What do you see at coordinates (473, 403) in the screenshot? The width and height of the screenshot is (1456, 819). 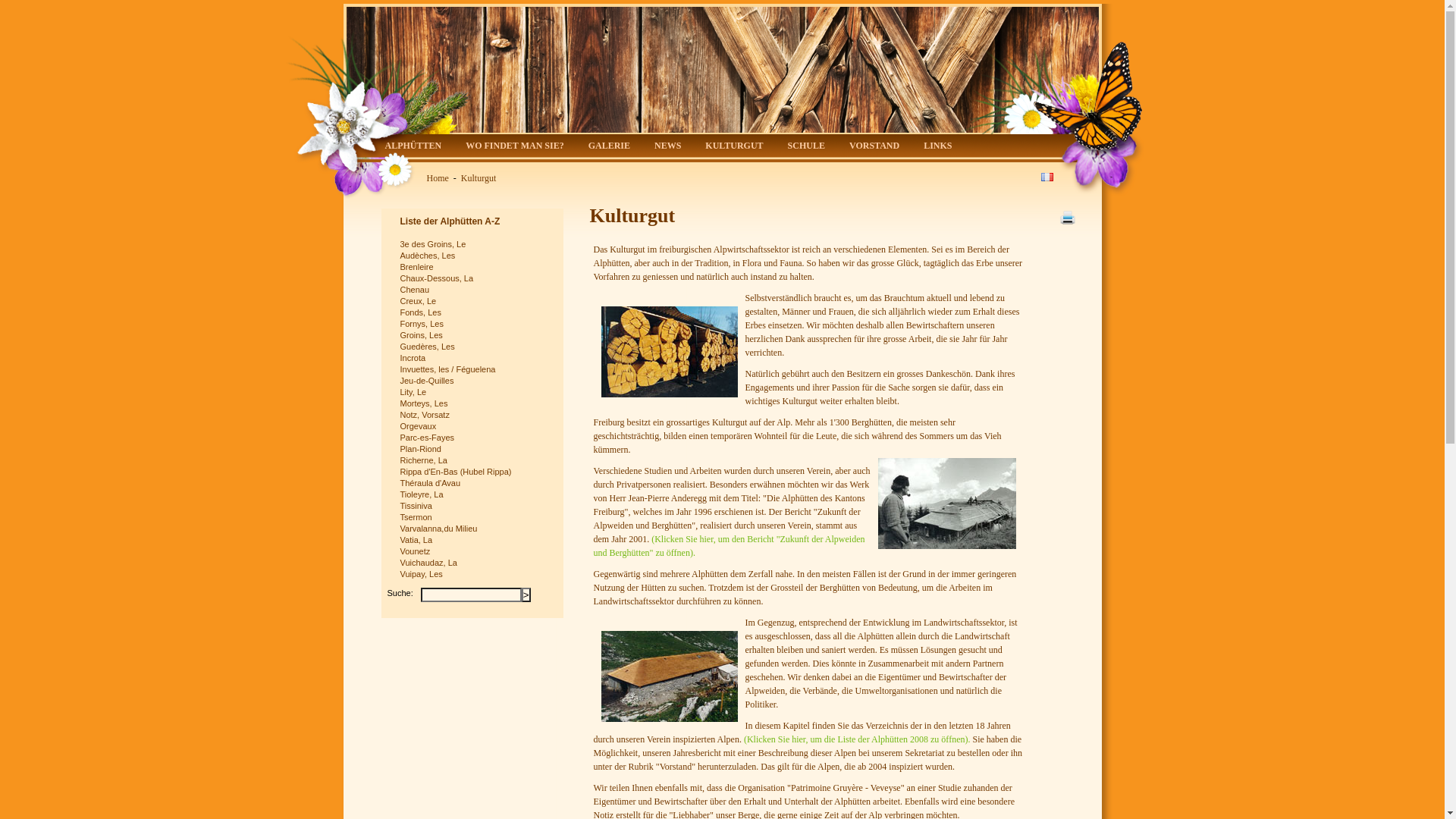 I see `'Morteys, Les'` at bounding box center [473, 403].